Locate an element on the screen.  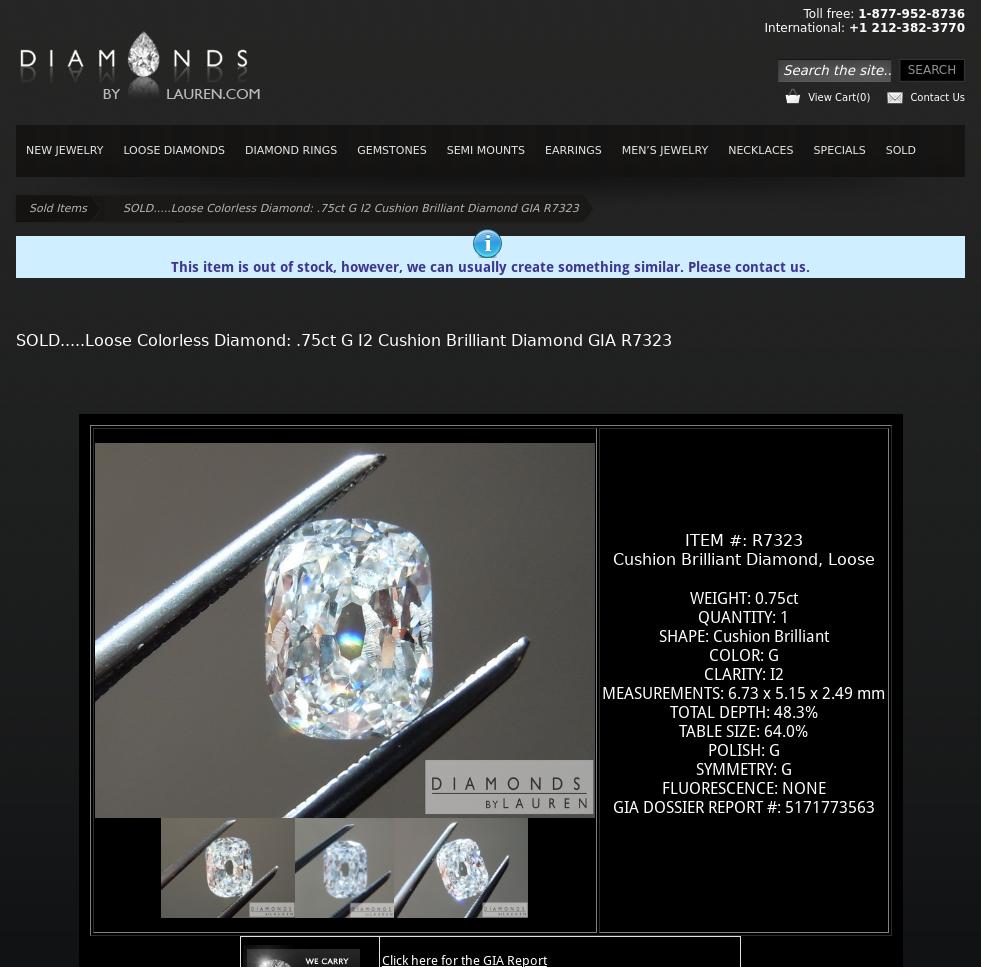
'TOTAL DEPTH: 48.3%' is located at coordinates (743, 710).